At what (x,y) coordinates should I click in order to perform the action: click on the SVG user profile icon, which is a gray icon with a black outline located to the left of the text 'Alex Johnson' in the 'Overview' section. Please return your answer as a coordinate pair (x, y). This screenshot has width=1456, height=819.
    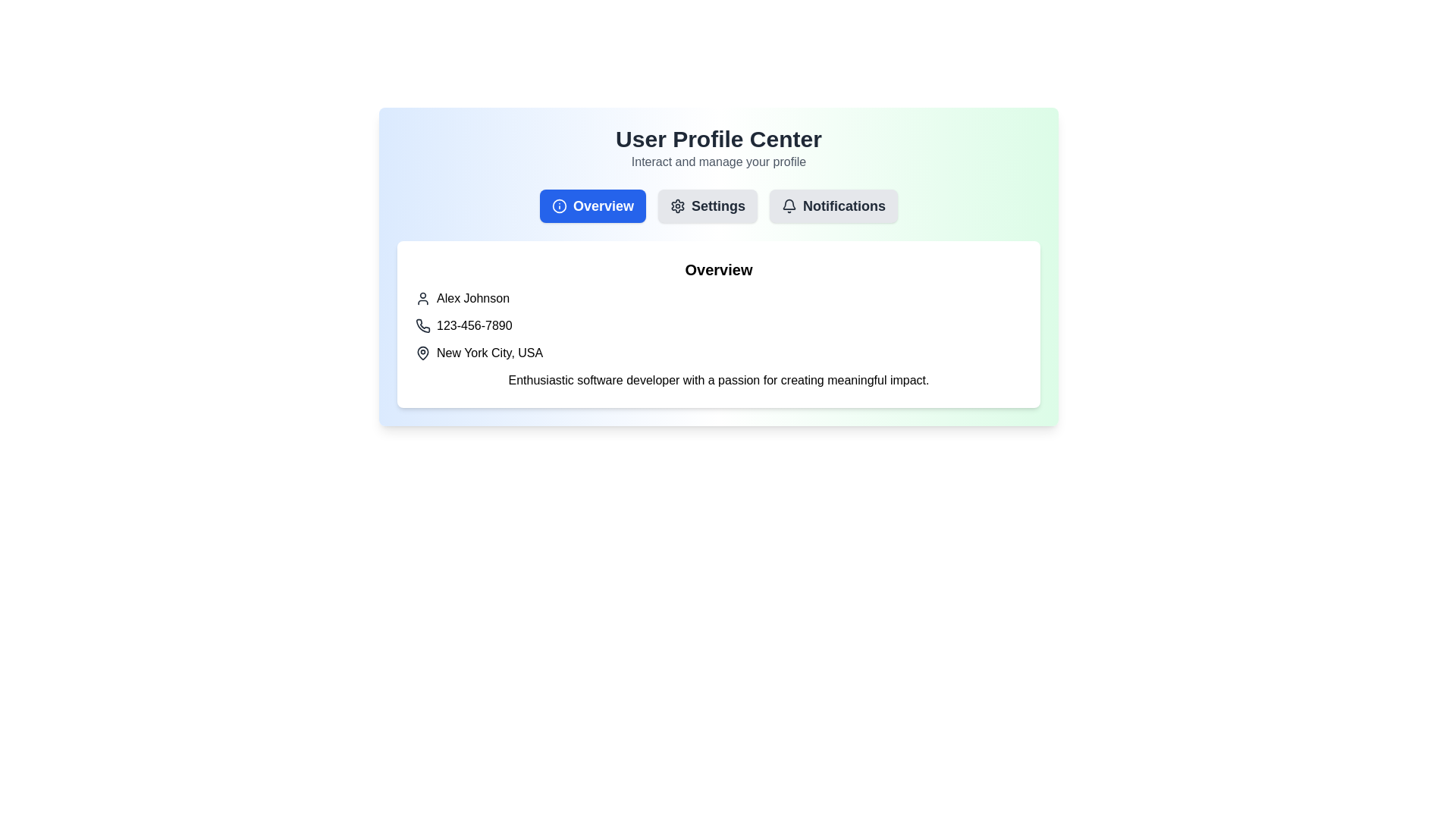
    Looking at the image, I should click on (422, 298).